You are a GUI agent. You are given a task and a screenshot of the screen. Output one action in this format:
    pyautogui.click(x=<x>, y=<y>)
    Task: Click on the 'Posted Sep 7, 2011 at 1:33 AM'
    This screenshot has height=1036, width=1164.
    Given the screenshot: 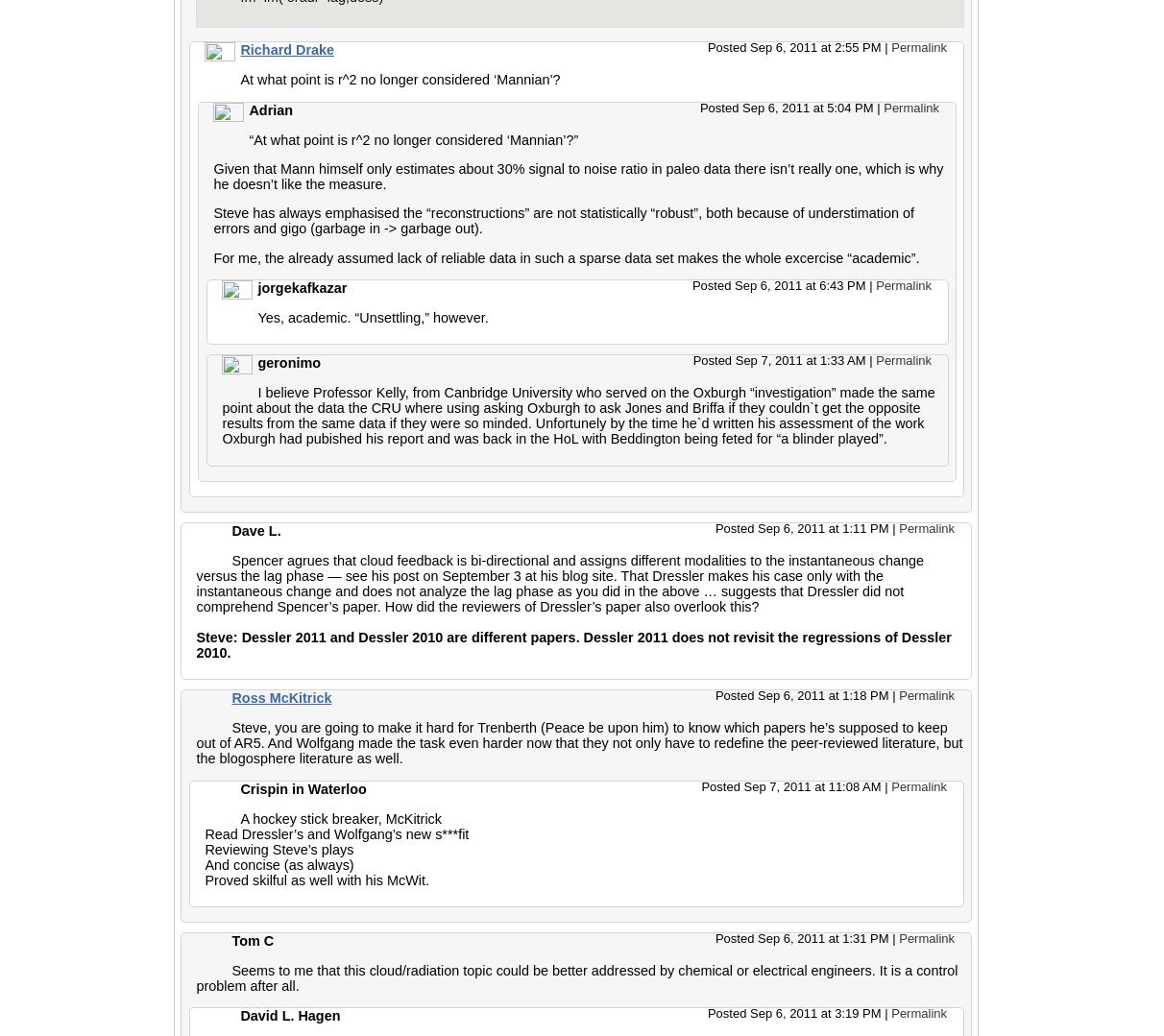 What is the action you would take?
    pyautogui.click(x=780, y=359)
    